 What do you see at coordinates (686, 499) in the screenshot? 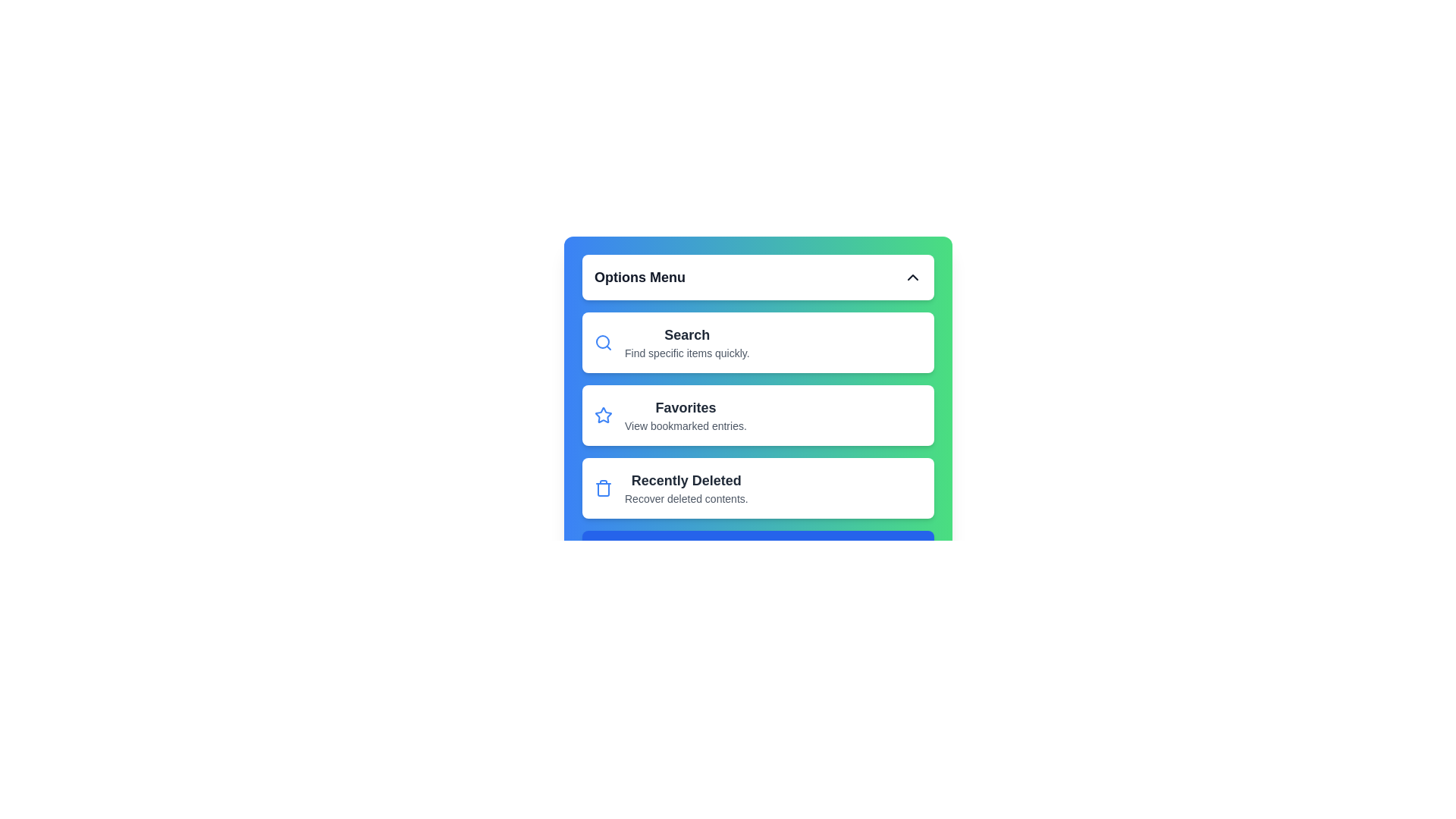
I see `the static text located immediately below the 'Recently Deleted' heading, which provides additional information about its functionality` at bounding box center [686, 499].